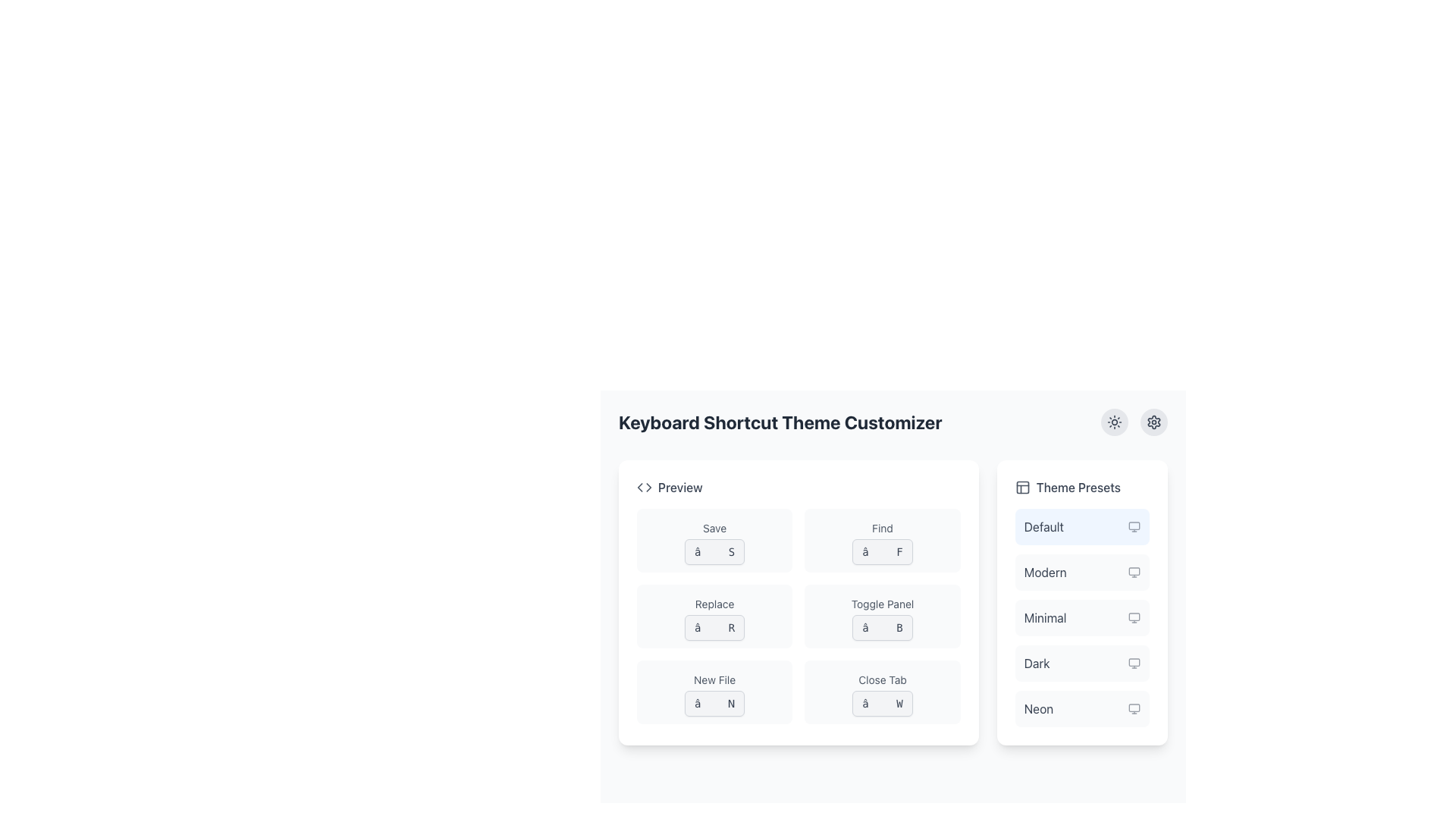  Describe the element at coordinates (882, 692) in the screenshot. I see `text of the 'Close Tab' keyboard shortcut display card, which is the rightmost element in the bottom row of a grid layout under the label 'Preview'` at that location.